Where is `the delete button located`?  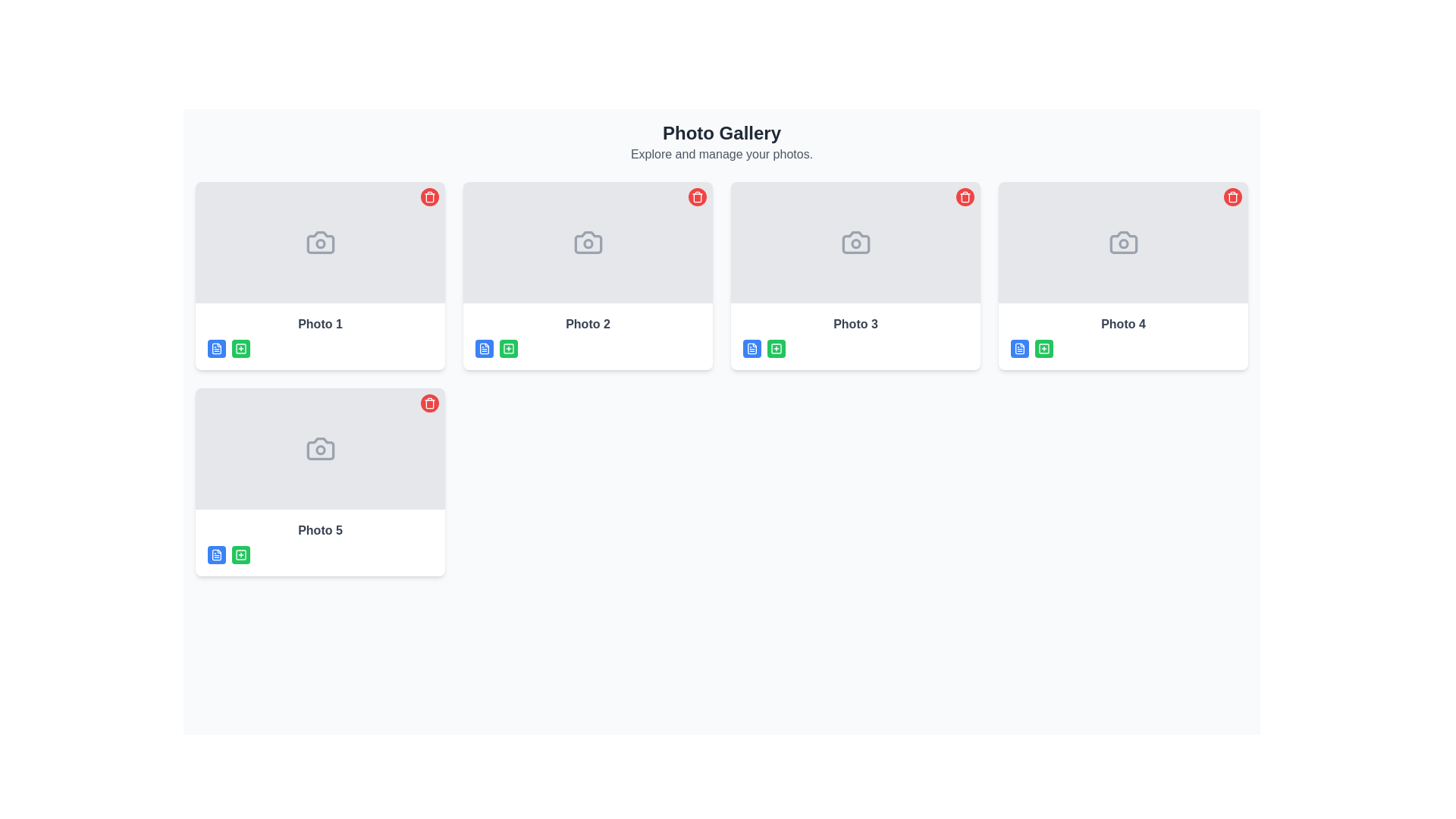
the delete button located is located at coordinates (428, 403).